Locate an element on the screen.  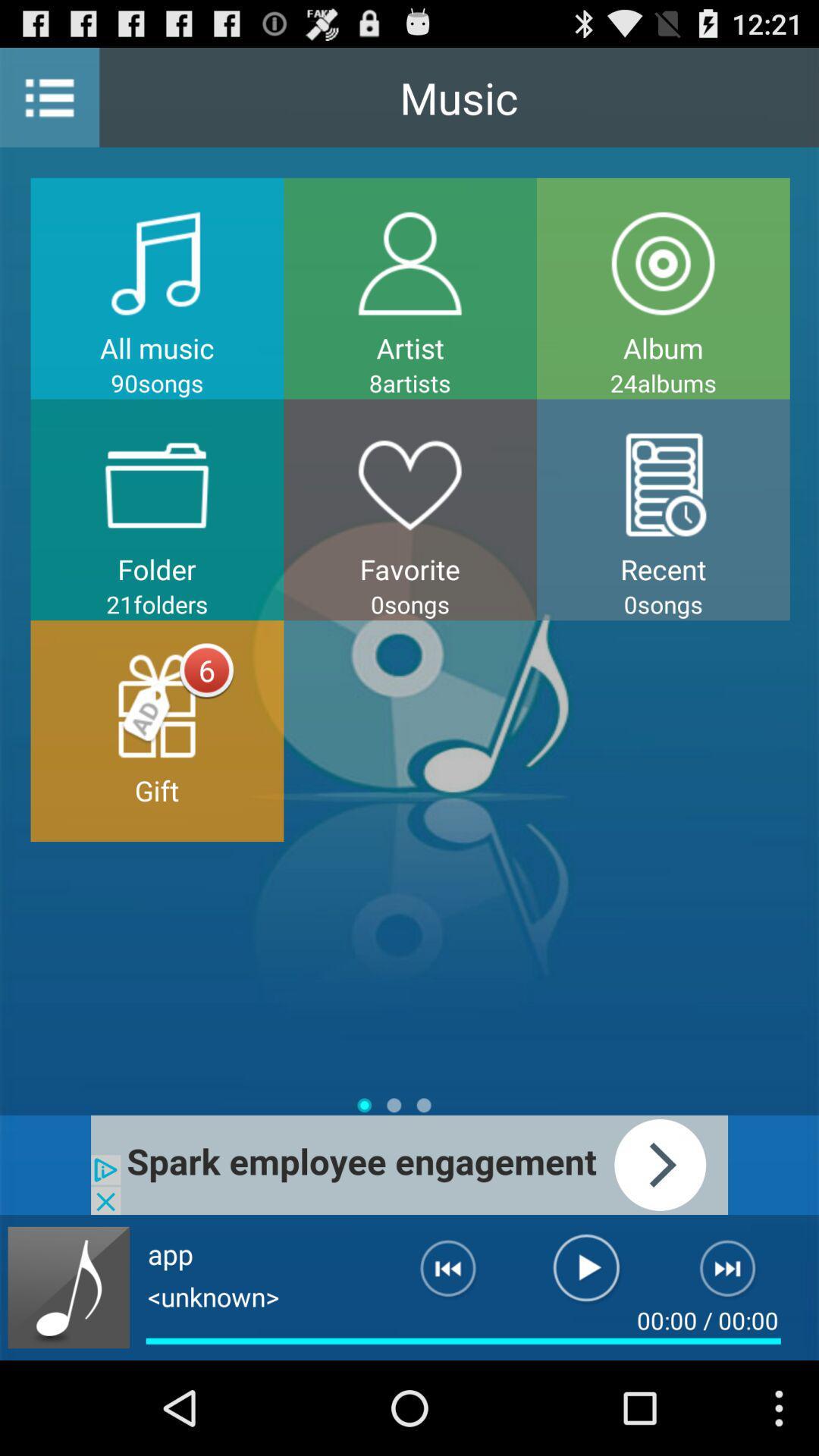
advertisement is located at coordinates (409, 1164).